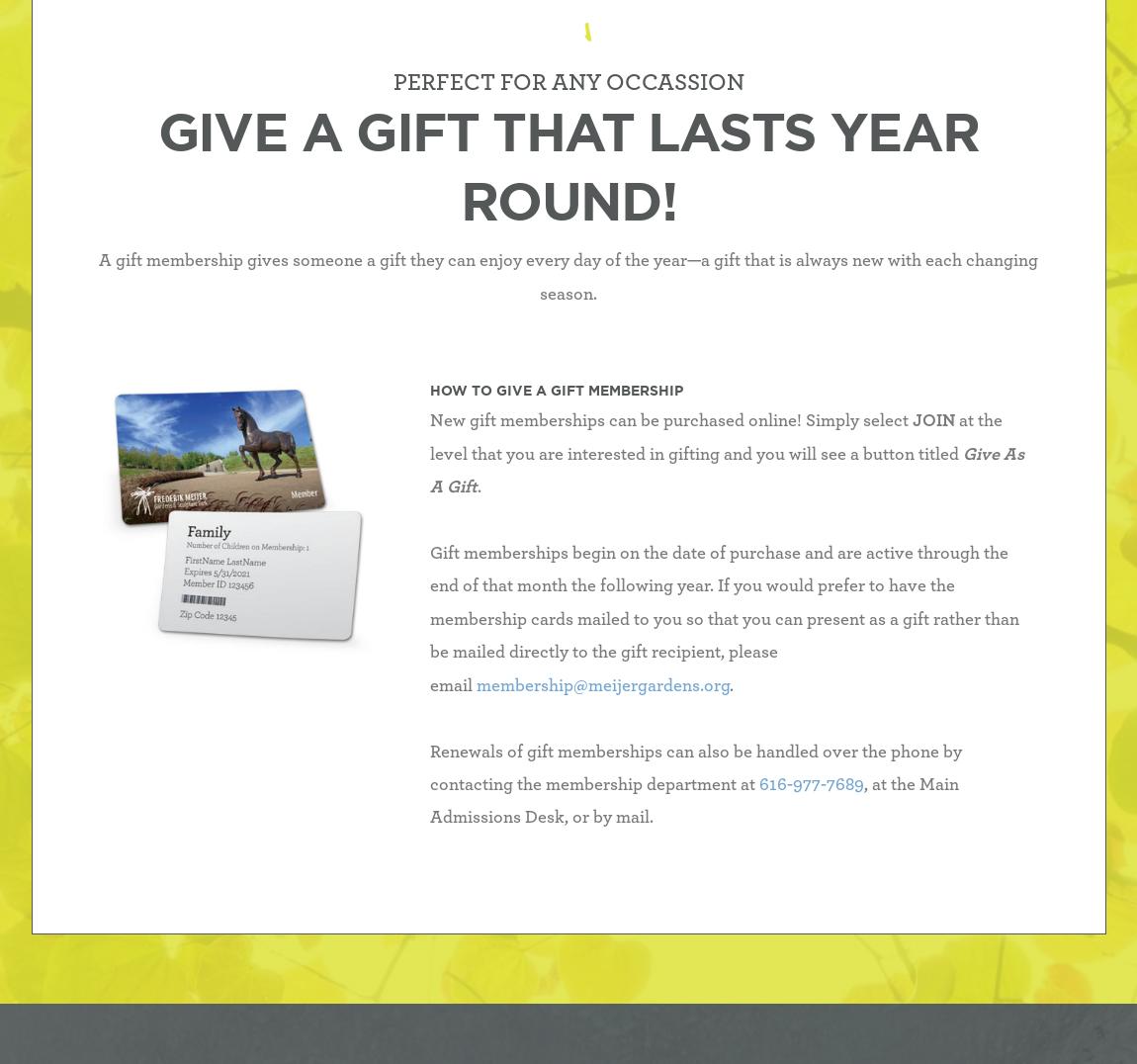  I want to click on '616-977-7689', so click(810, 784).